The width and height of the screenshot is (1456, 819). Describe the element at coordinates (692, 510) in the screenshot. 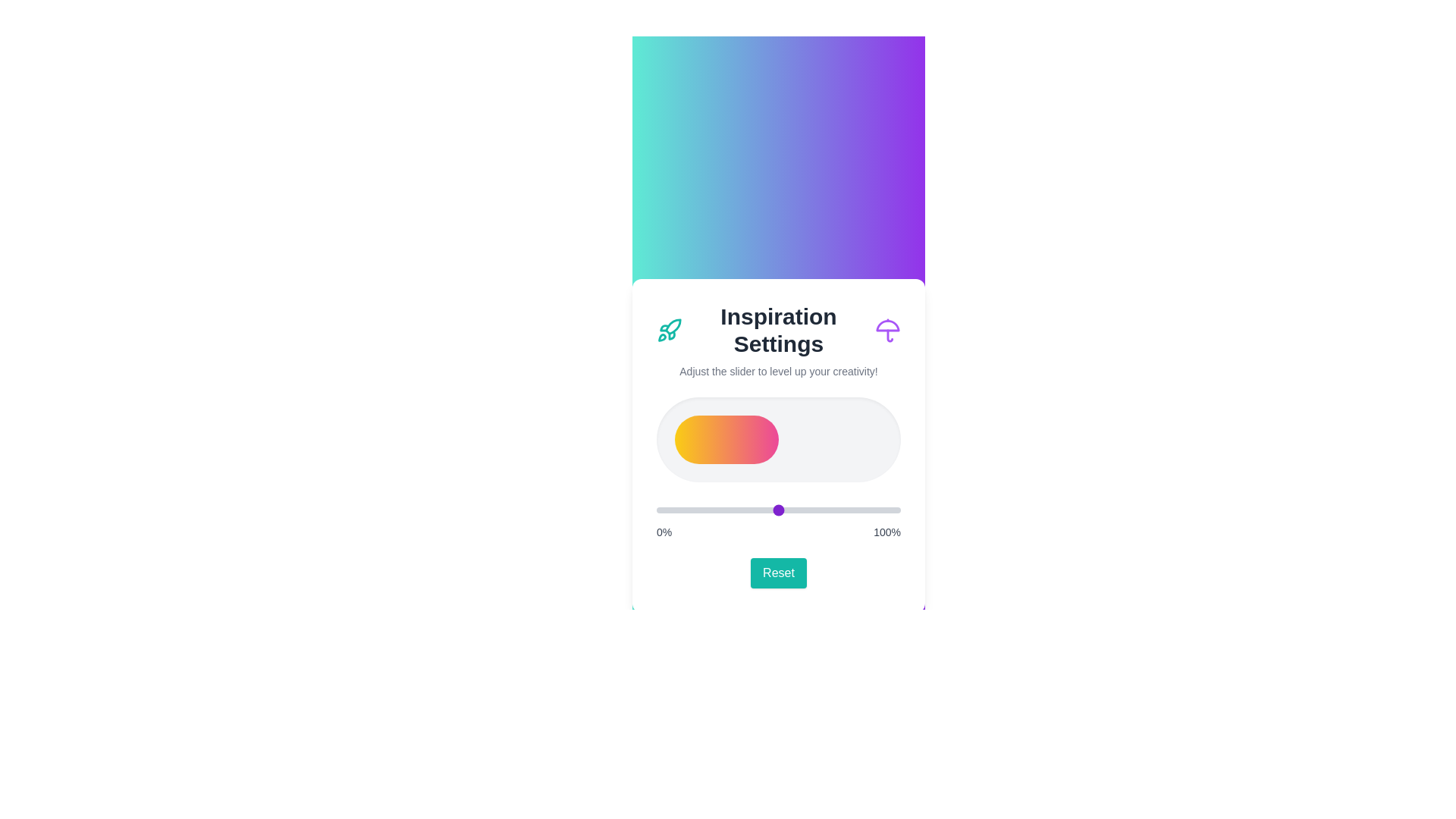

I see `the slider to 15%` at that location.